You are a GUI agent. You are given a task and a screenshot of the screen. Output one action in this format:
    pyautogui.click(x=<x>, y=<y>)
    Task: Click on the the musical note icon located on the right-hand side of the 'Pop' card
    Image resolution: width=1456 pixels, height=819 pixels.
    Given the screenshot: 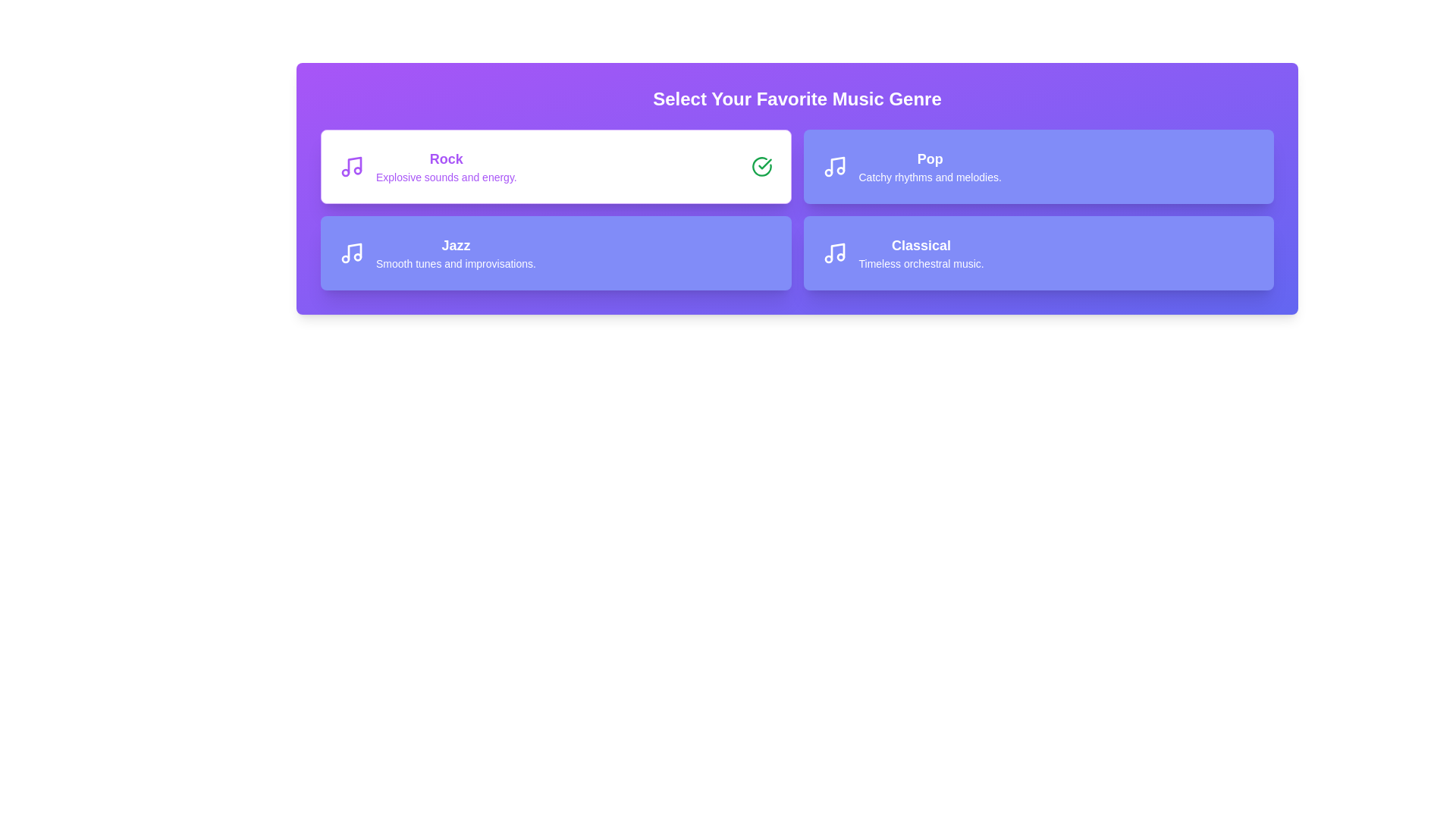 What is the action you would take?
    pyautogui.click(x=833, y=166)
    